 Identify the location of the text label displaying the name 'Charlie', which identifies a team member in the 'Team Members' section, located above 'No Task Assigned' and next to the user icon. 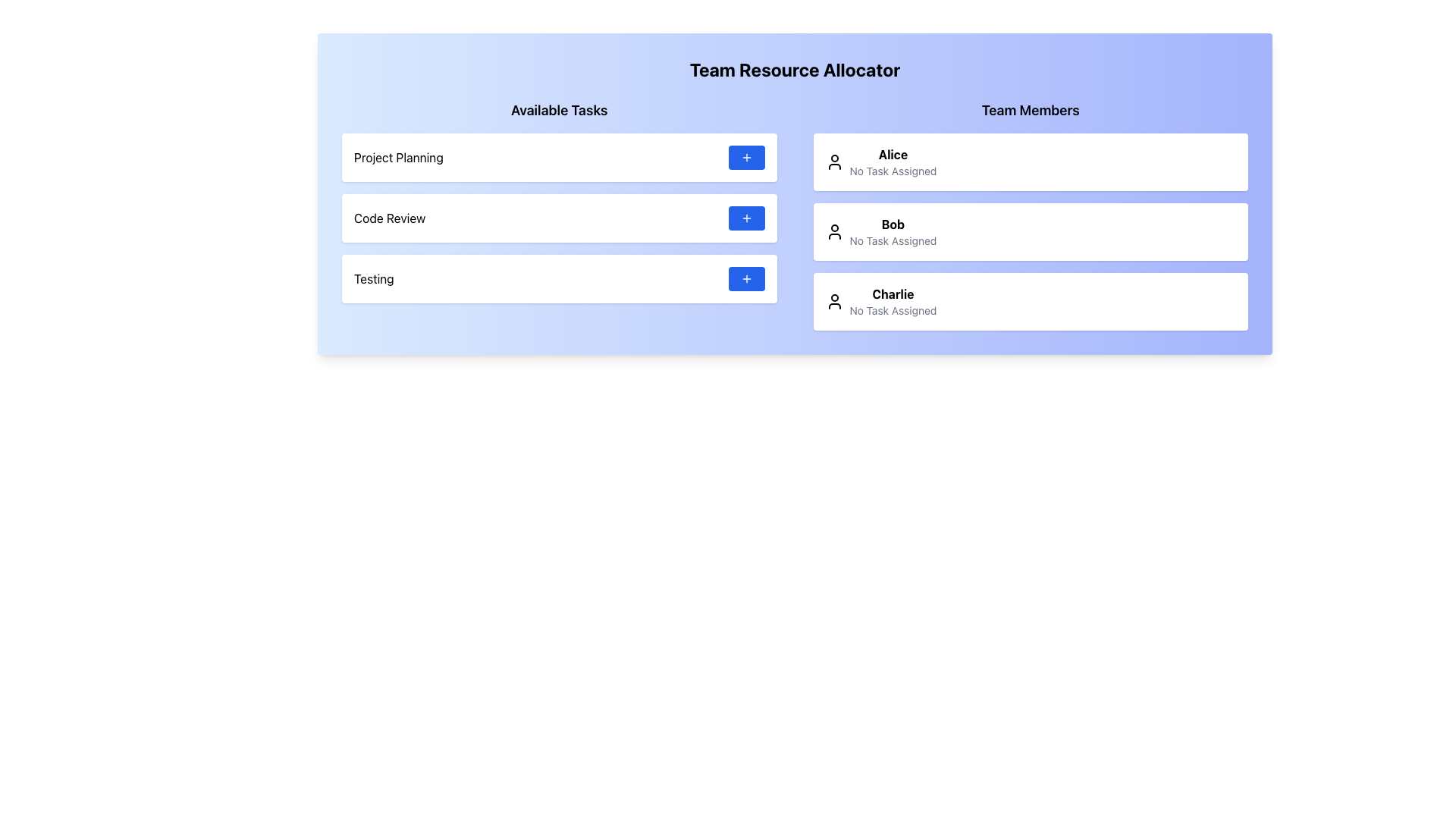
(893, 294).